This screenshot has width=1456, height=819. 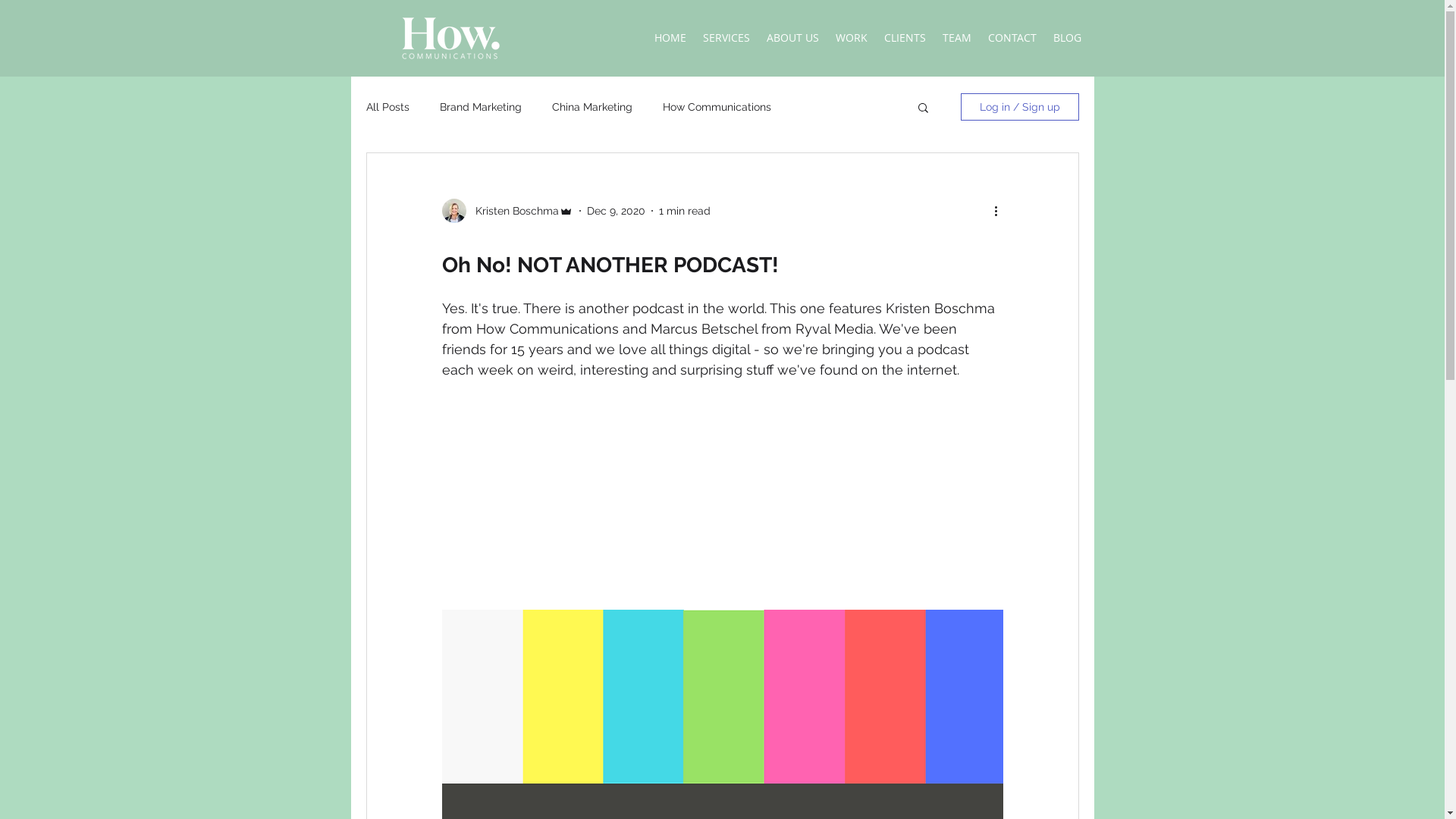 I want to click on 'HOME', so click(x=669, y=37).